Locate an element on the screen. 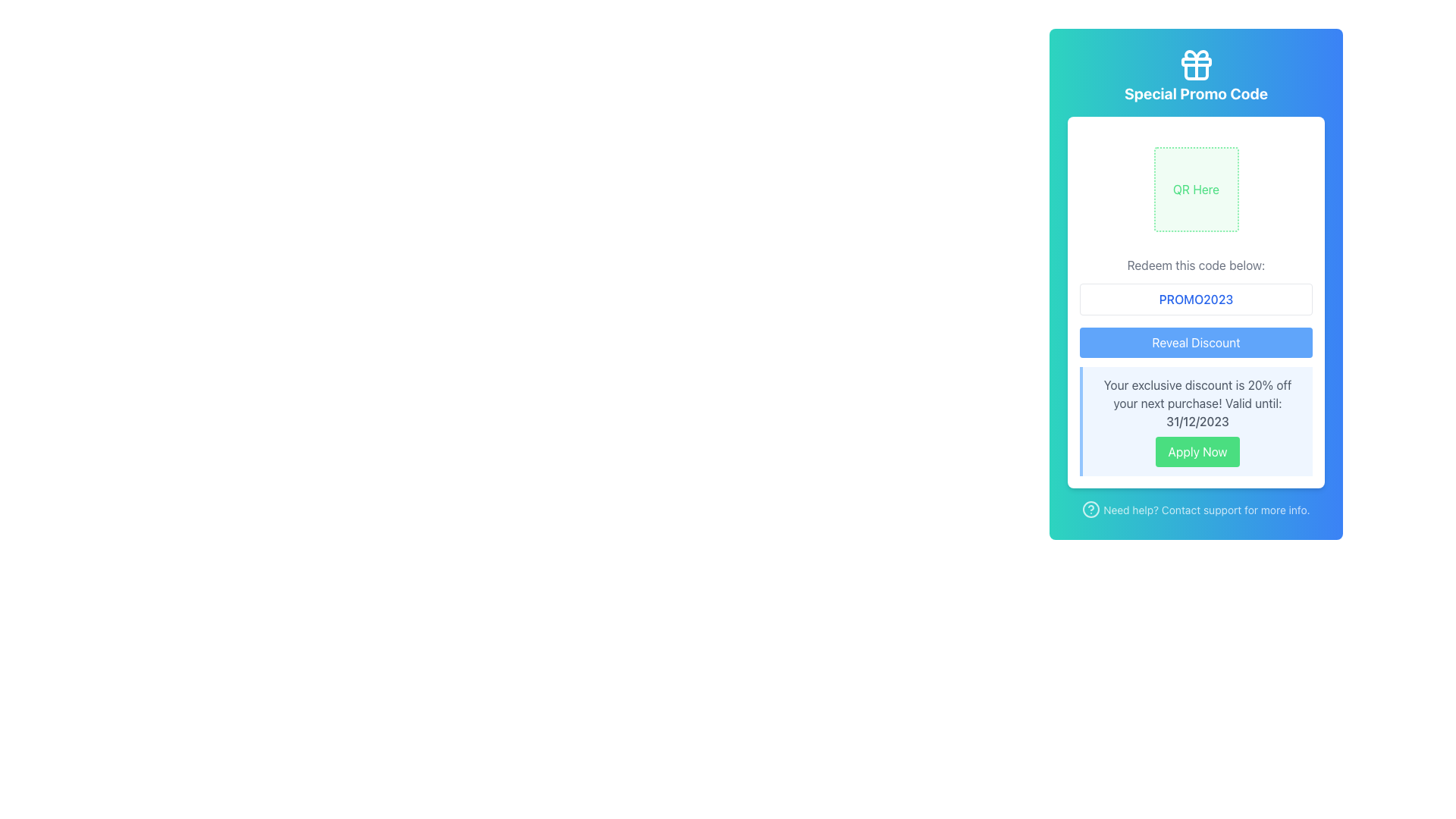 The image size is (1456, 819). the decorative Circle graphic within the SVG help icon located in the bottom-left corner of the interface is located at coordinates (1090, 509).